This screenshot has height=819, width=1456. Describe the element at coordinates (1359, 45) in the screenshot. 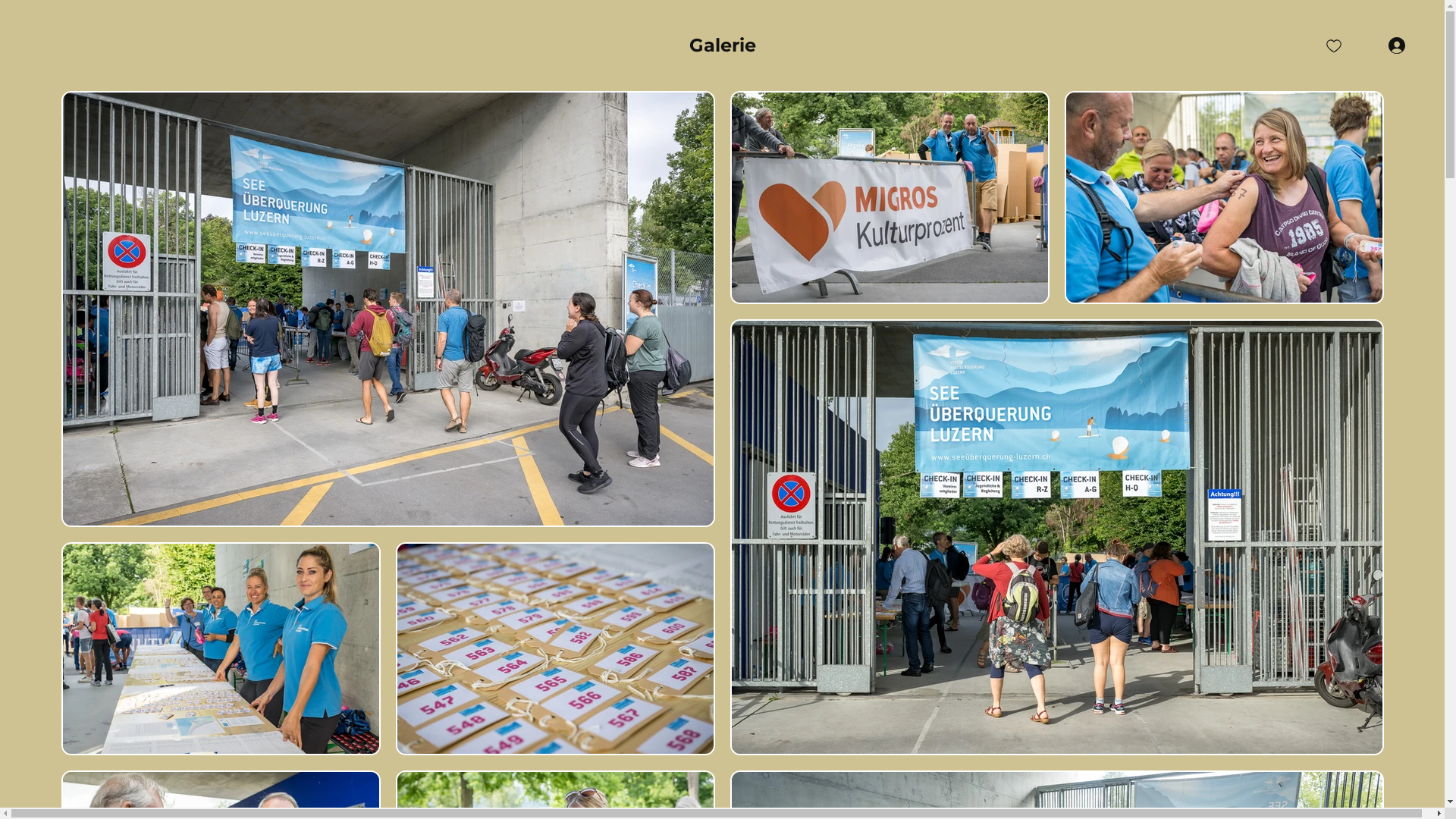

I see `'Anmelden'` at that location.